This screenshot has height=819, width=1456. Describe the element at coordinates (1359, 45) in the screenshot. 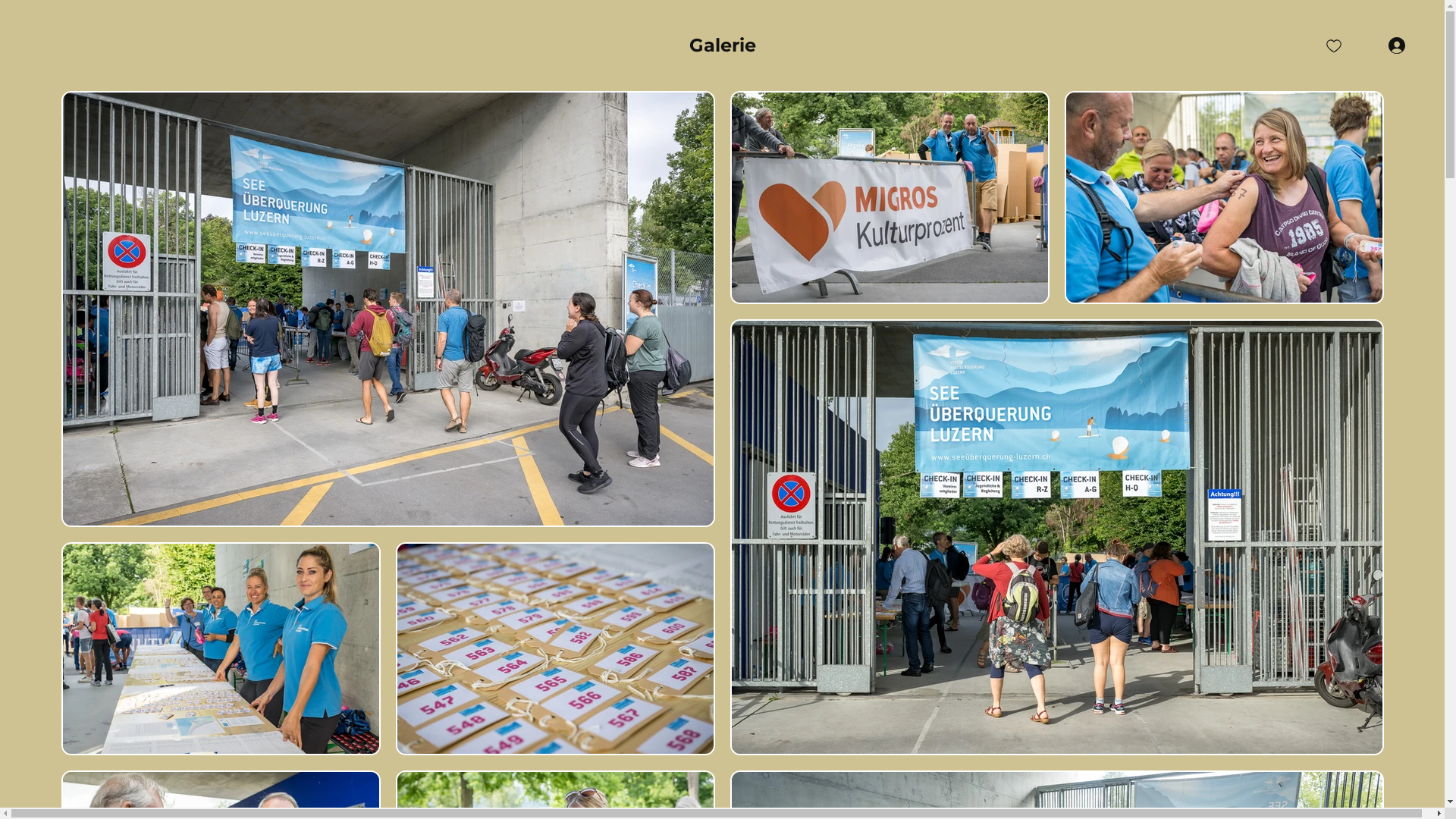

I see `'Anmelden'` at that location.